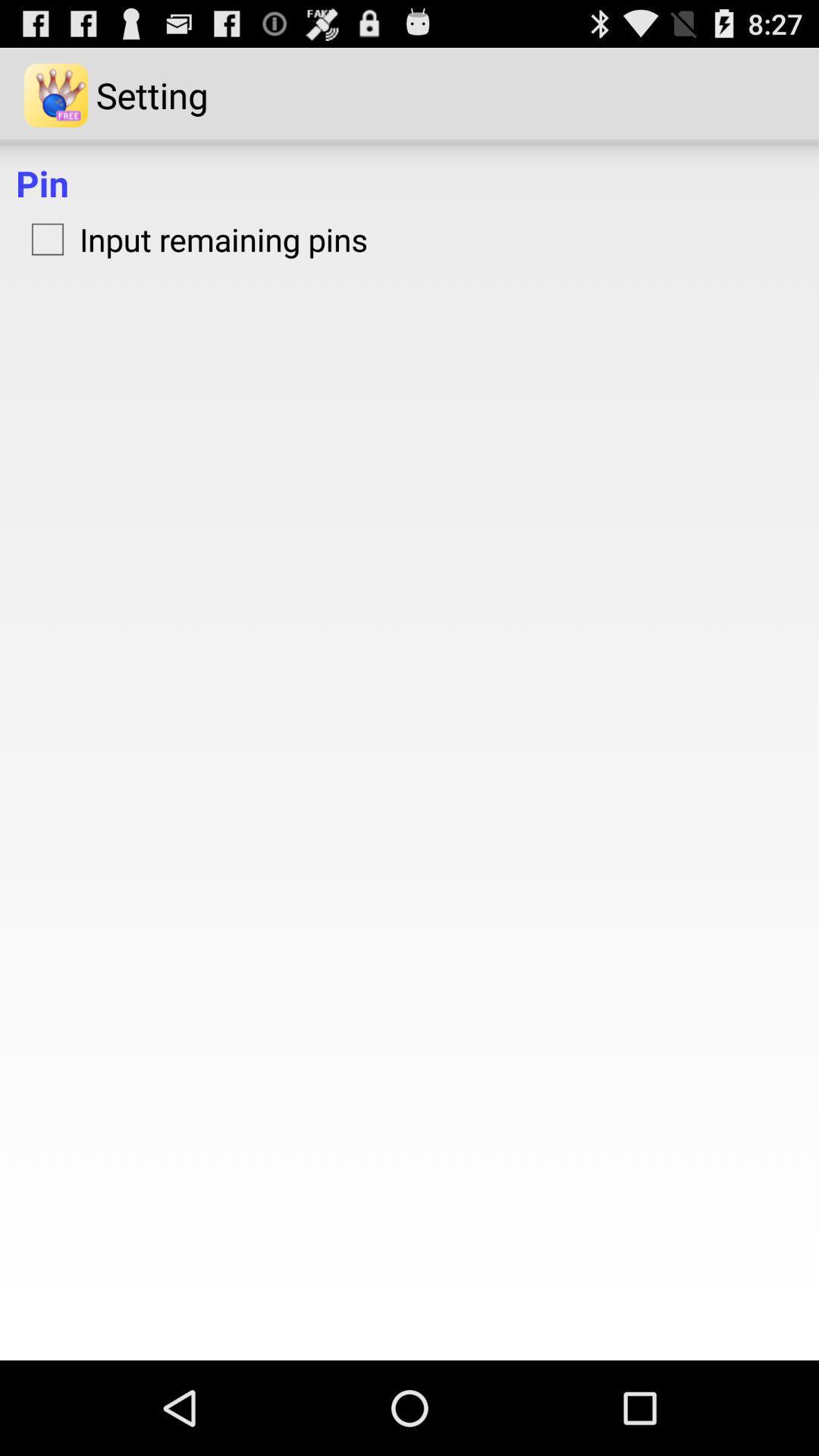 The image size is (819, 1456). Describe the element at coordinates (191, 238) in the screenshot. I see `item below the pin icon` at that location.